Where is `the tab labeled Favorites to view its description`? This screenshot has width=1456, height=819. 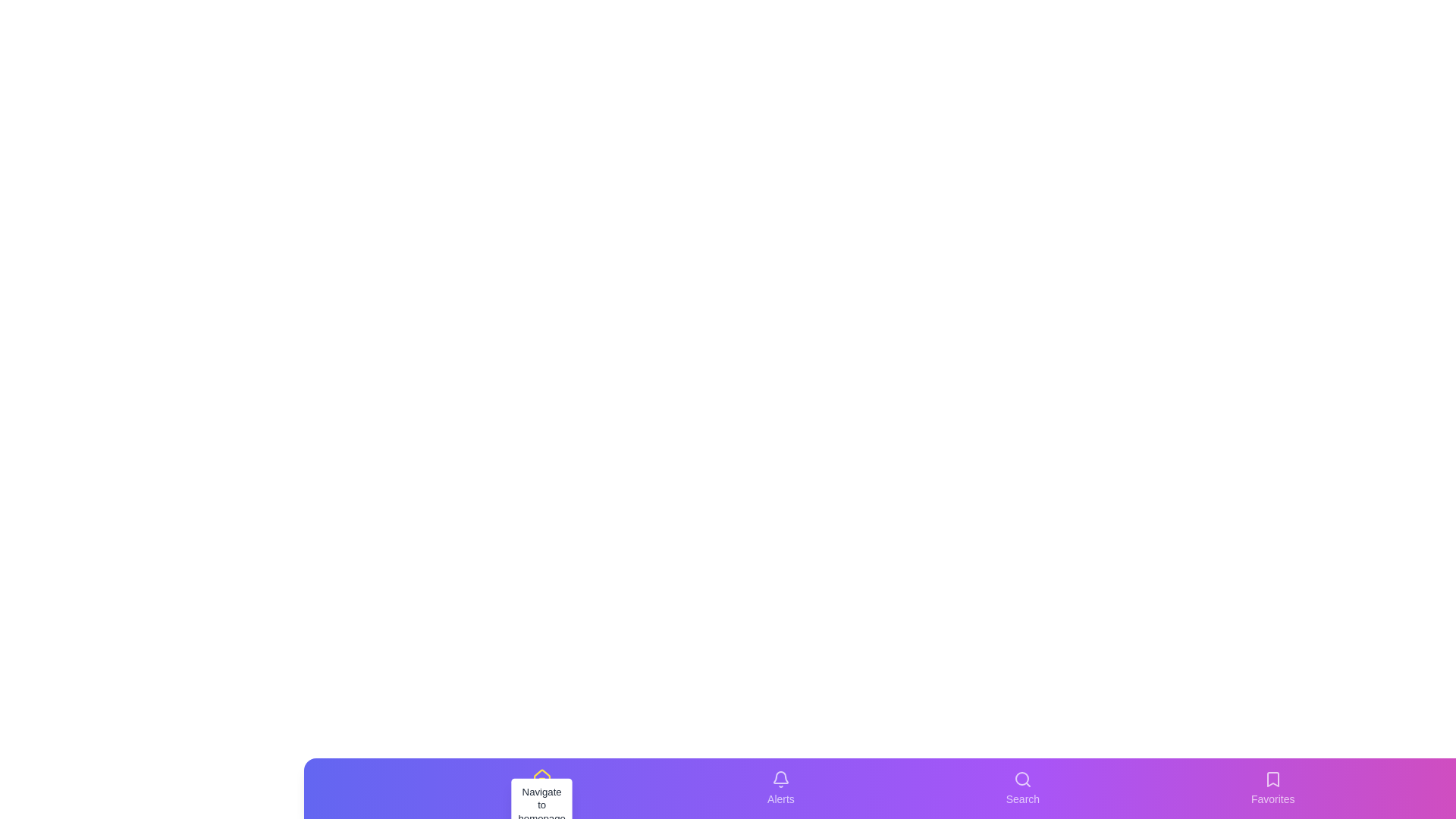 the tab labeled Favorites to view its description is located at coordinates (1272, 788).